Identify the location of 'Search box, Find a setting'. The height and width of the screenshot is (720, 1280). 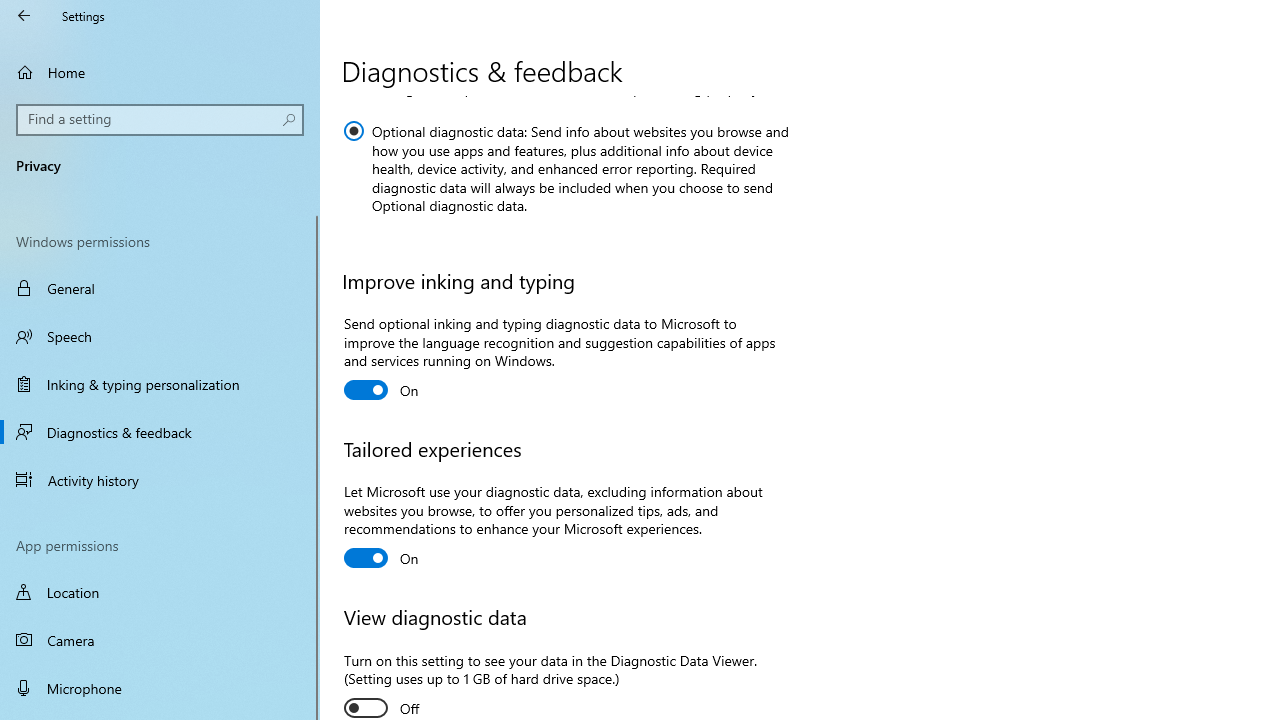
(160, 119).